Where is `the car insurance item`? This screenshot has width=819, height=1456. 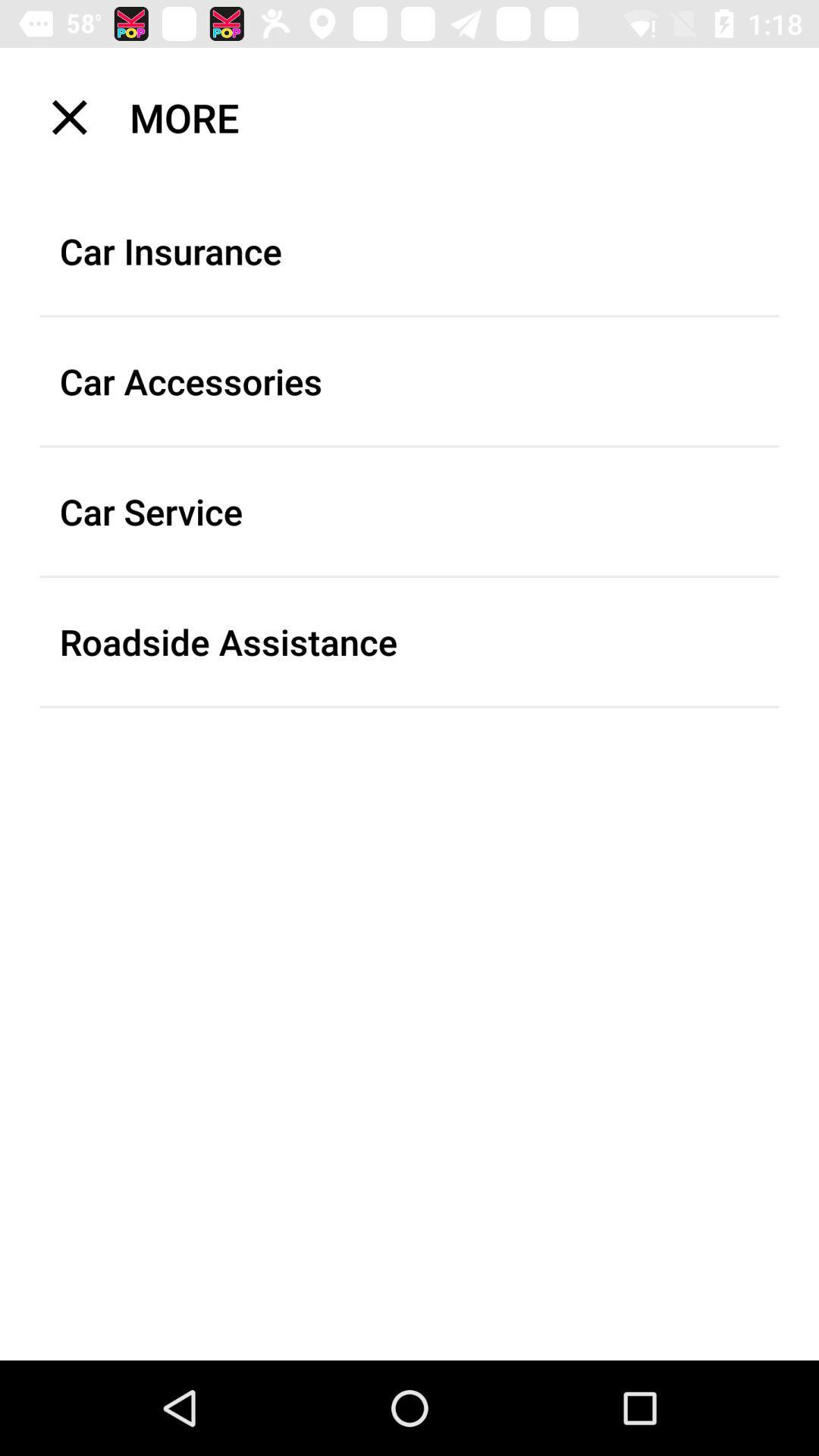 the car insurance item is located at coordinates (409, 251).